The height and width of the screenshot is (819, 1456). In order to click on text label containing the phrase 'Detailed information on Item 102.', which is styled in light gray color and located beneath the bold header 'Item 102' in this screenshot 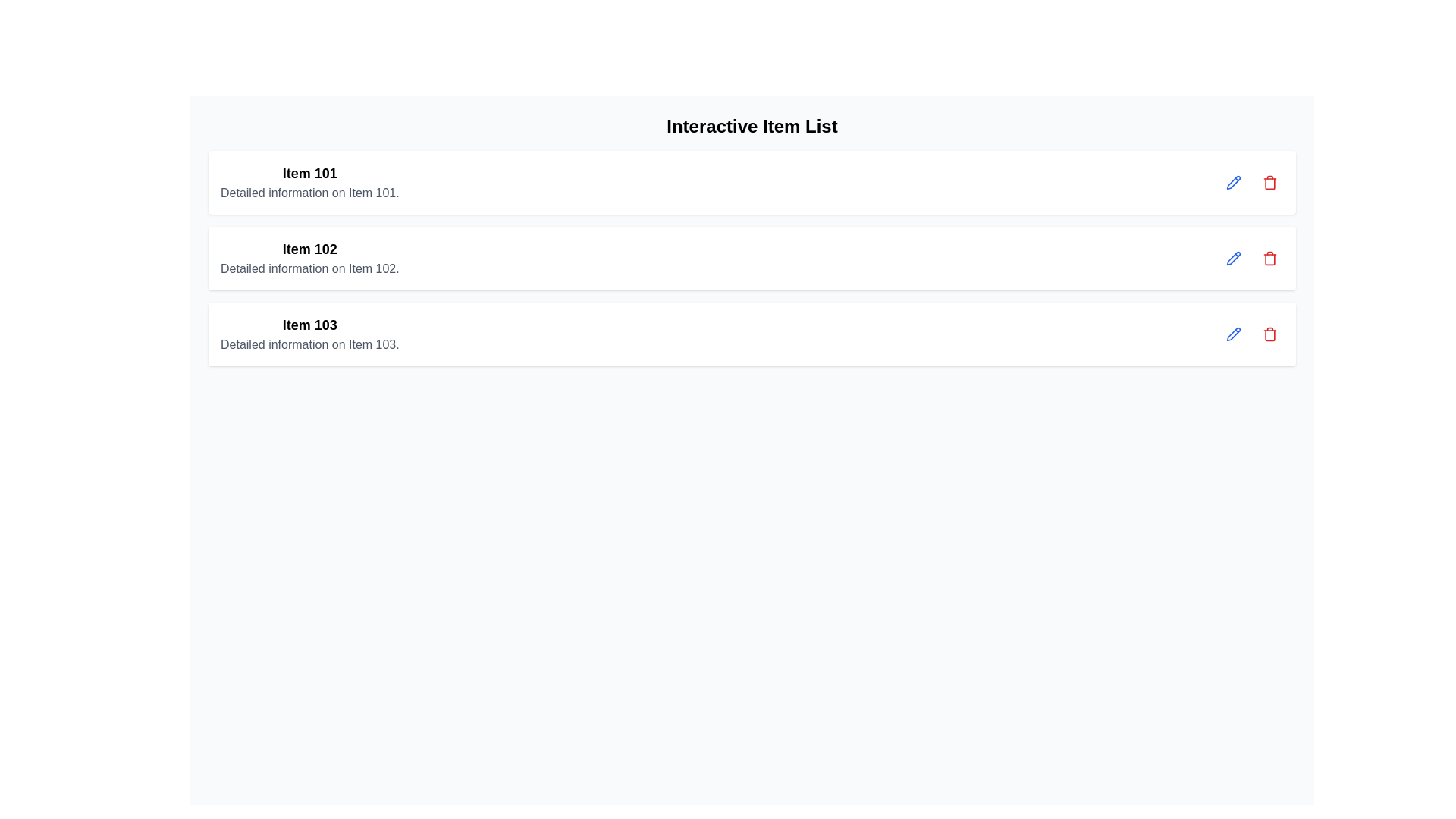, I will do `click(309, 268)`.